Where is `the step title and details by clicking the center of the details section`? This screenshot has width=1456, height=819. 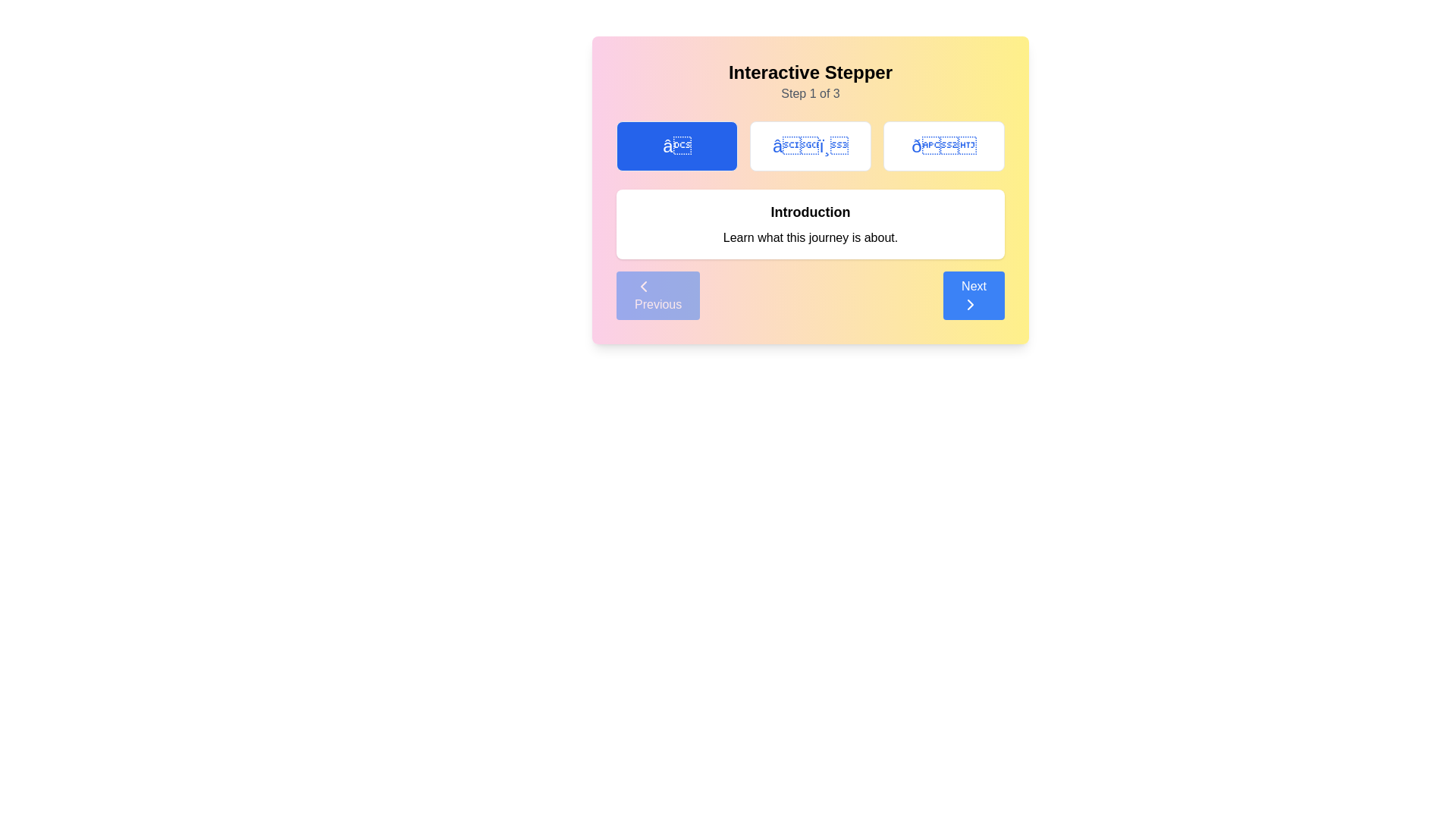 the step title and details by clicking the center of the details section is located at coordinates (810, 224).